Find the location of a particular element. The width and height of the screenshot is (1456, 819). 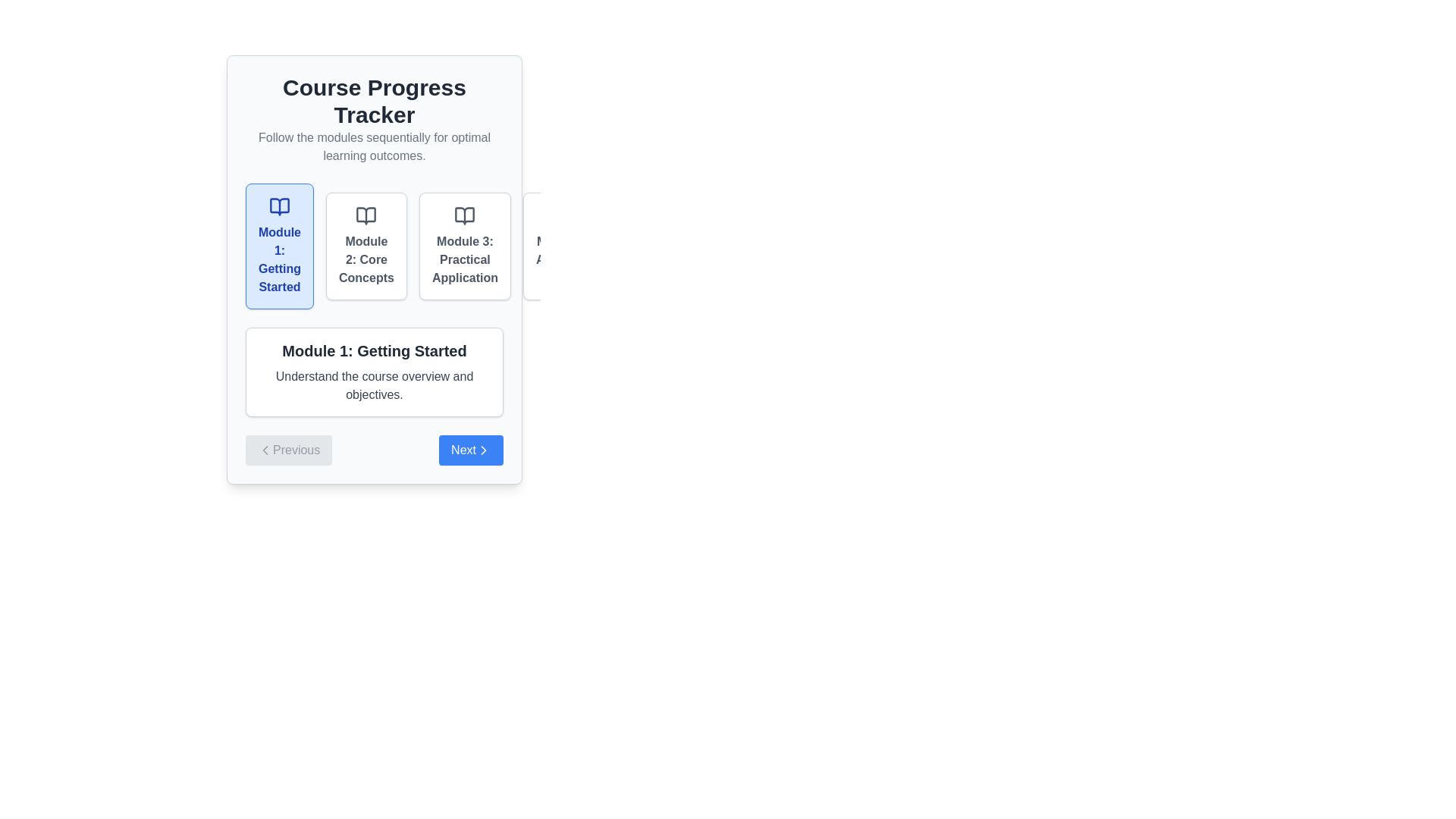

the 'Next' button which contains the rightward chevron (arrow) icon is located at coordinates (483, 450).